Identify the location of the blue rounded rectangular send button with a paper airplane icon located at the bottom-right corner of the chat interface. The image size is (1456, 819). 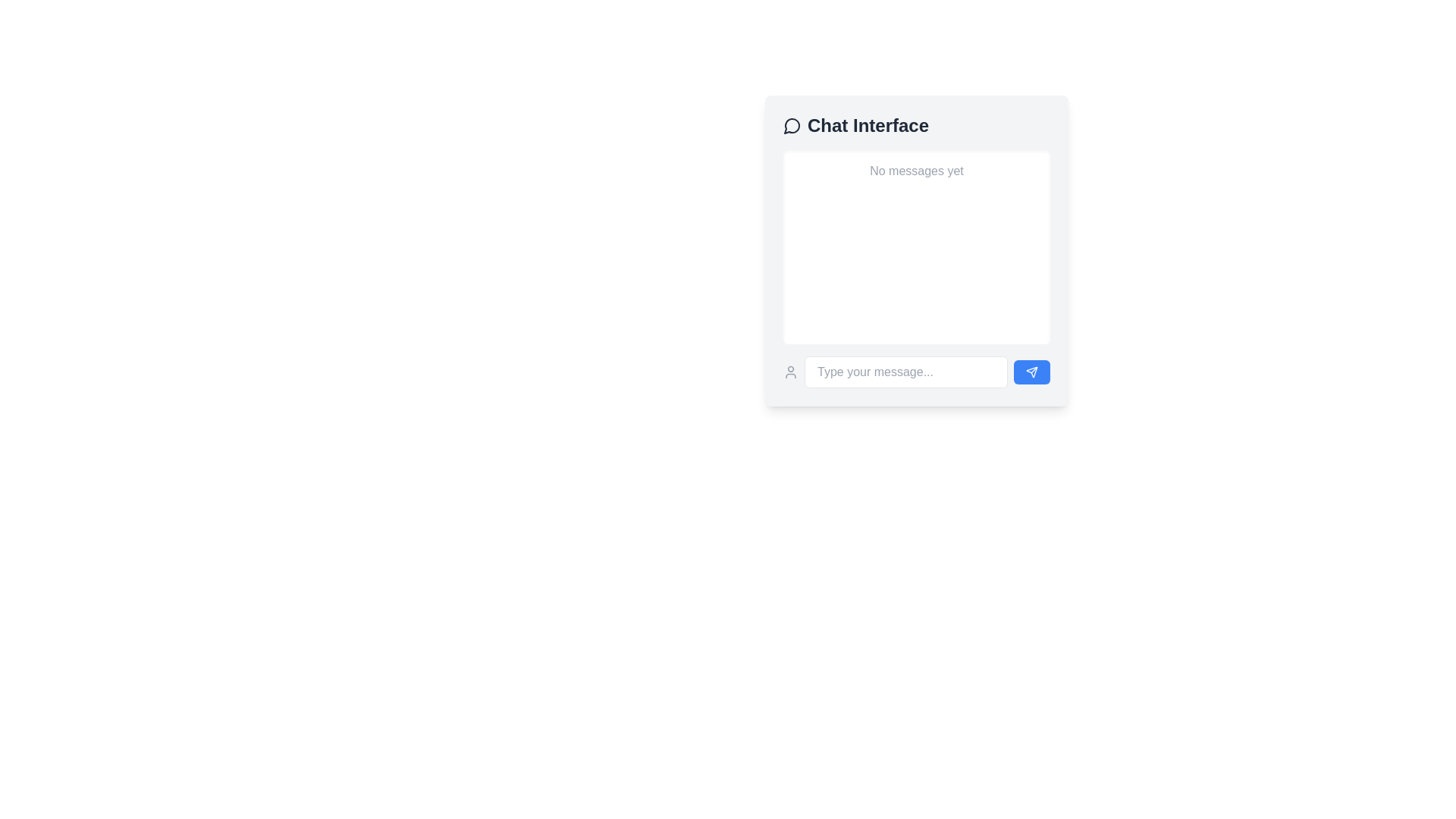
(1031, 372).